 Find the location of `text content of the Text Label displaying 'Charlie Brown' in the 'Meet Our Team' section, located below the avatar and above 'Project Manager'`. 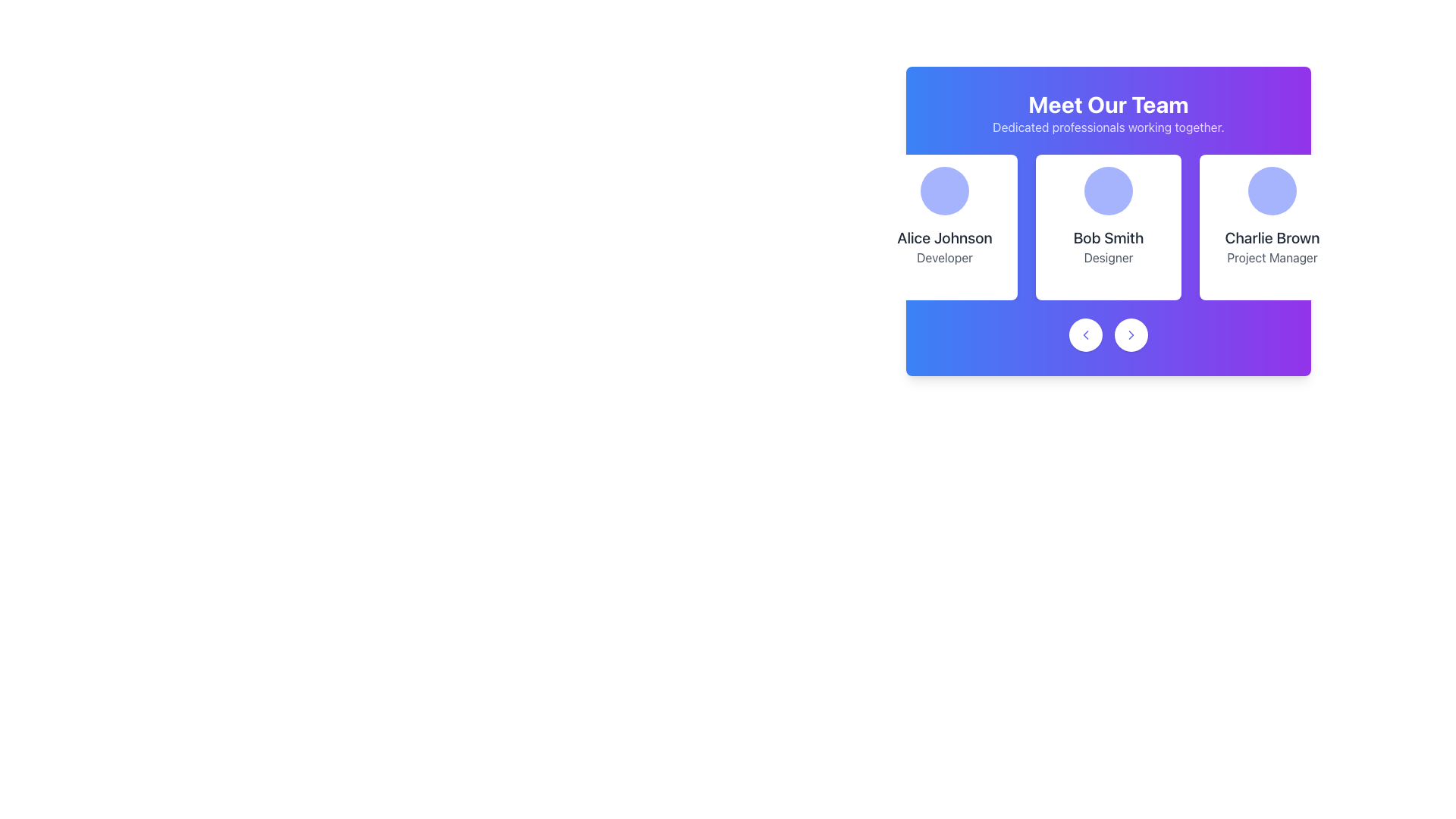

text content of the Text Label displaying 'Charlie Brown' in the 'Meet Our Team' section, located below the avatar and above 'Project Manager' is located at coordinates (1272, 237).